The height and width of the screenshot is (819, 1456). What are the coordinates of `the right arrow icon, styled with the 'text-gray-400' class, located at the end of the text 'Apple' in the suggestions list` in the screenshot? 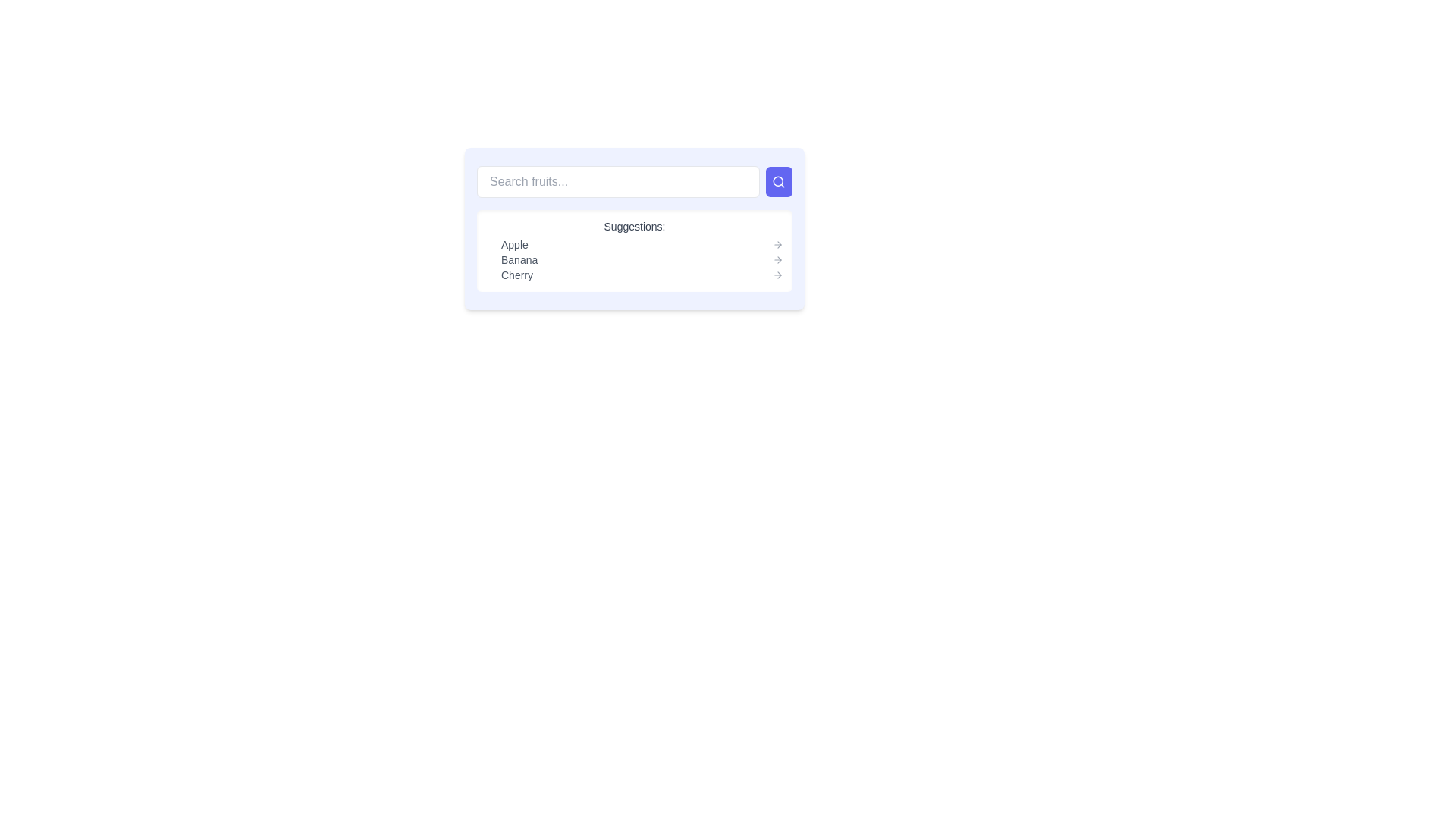 It's located at (778, 244).